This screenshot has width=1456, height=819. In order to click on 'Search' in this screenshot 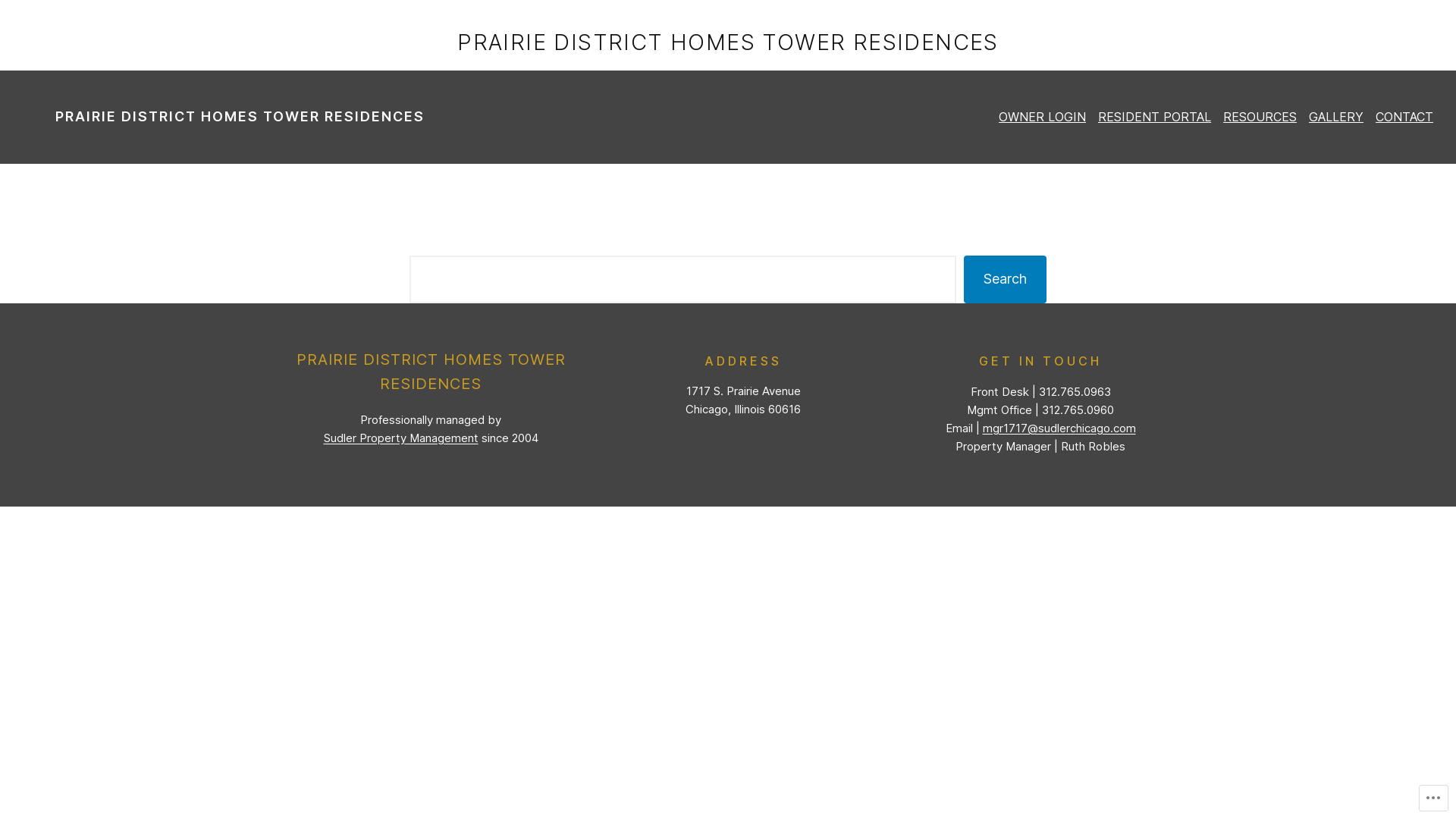, I will do `click(1005, 279)`.